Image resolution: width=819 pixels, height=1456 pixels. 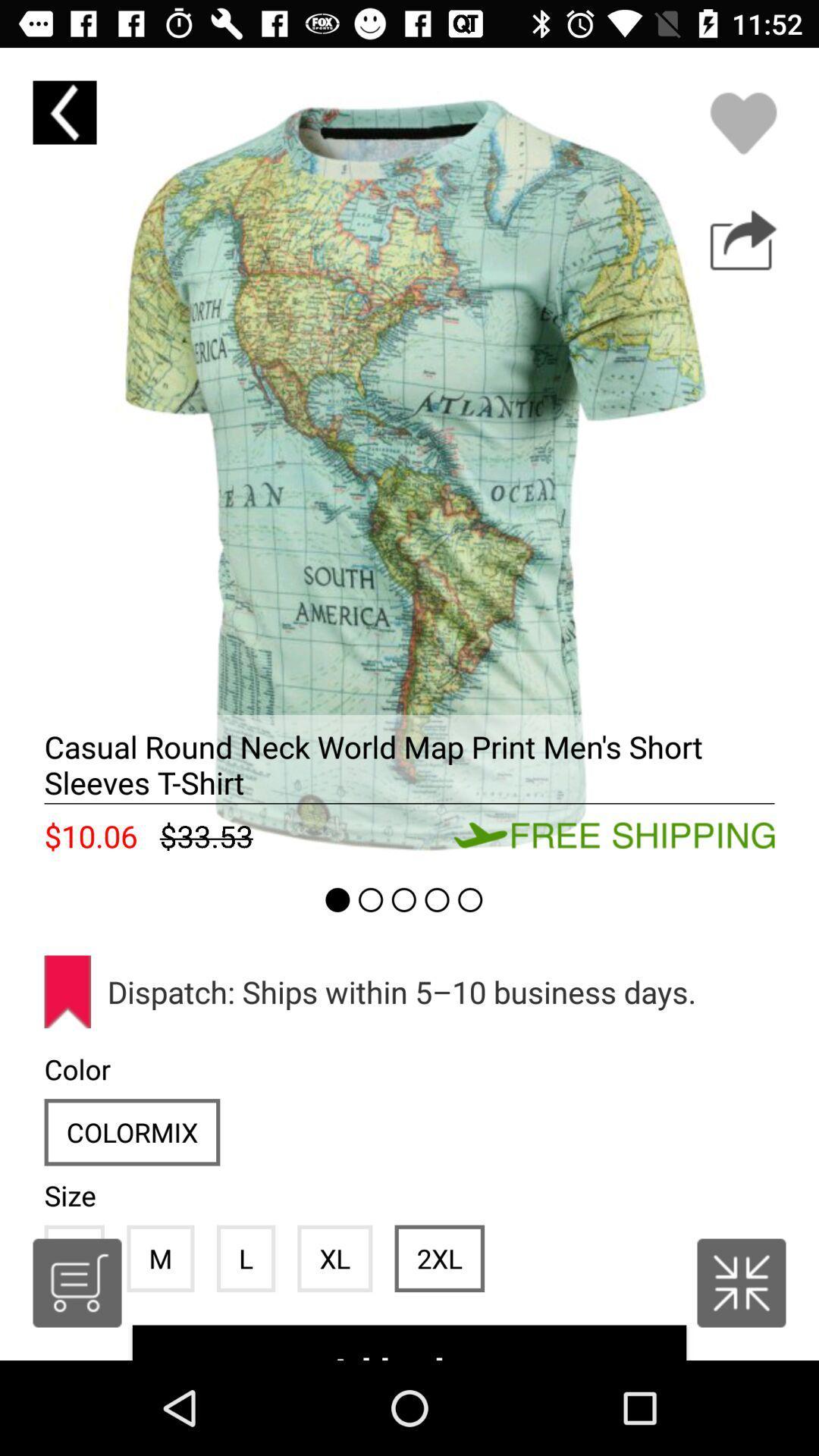 What do you see at coordinates (77, 1282) in the screenshot?
I see `item next to m icon` at bounding box center [77, 1282].